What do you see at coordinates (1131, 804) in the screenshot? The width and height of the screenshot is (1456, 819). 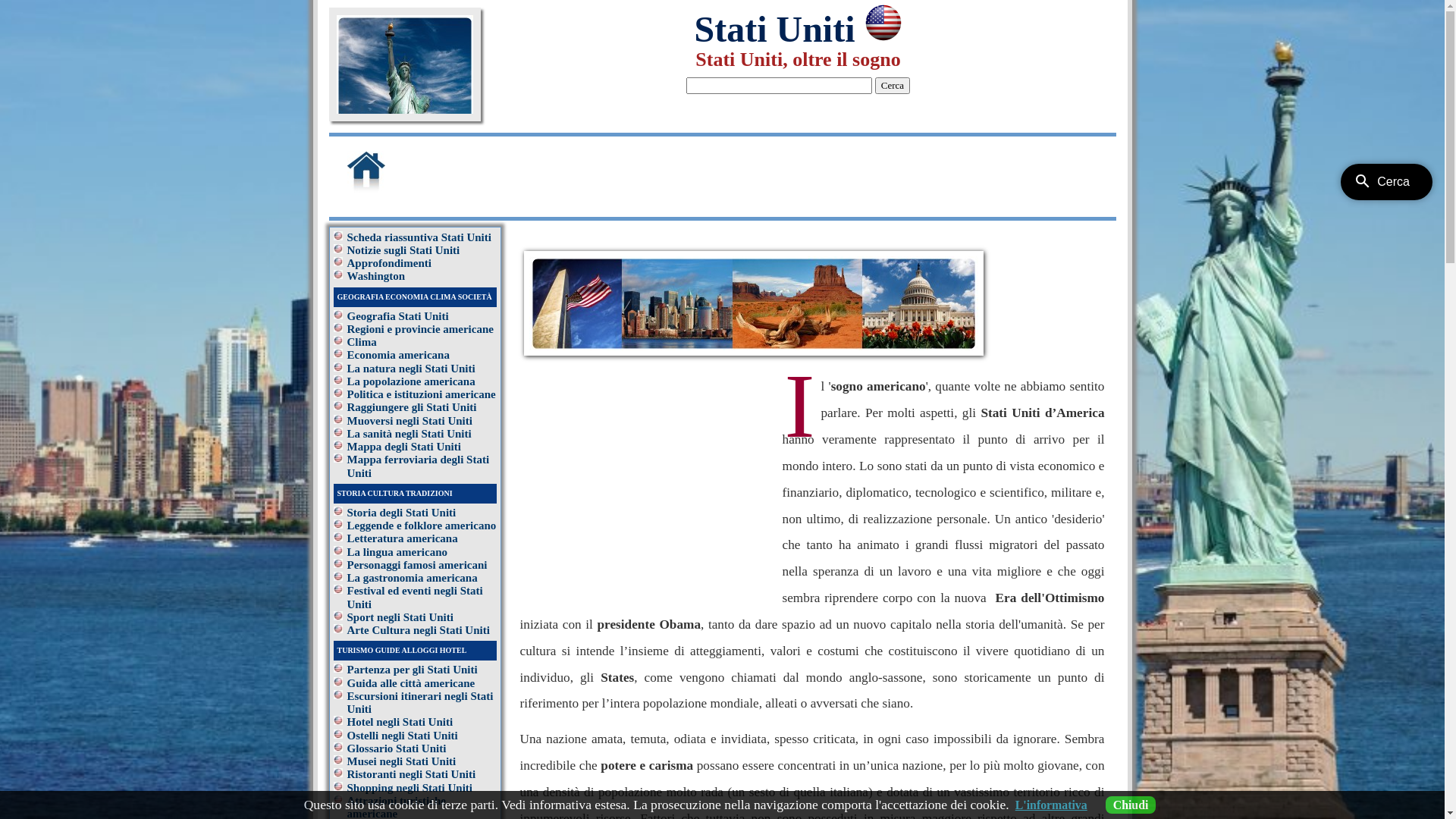 I see `'Chiudi'` at bounding box center [1131, 804].